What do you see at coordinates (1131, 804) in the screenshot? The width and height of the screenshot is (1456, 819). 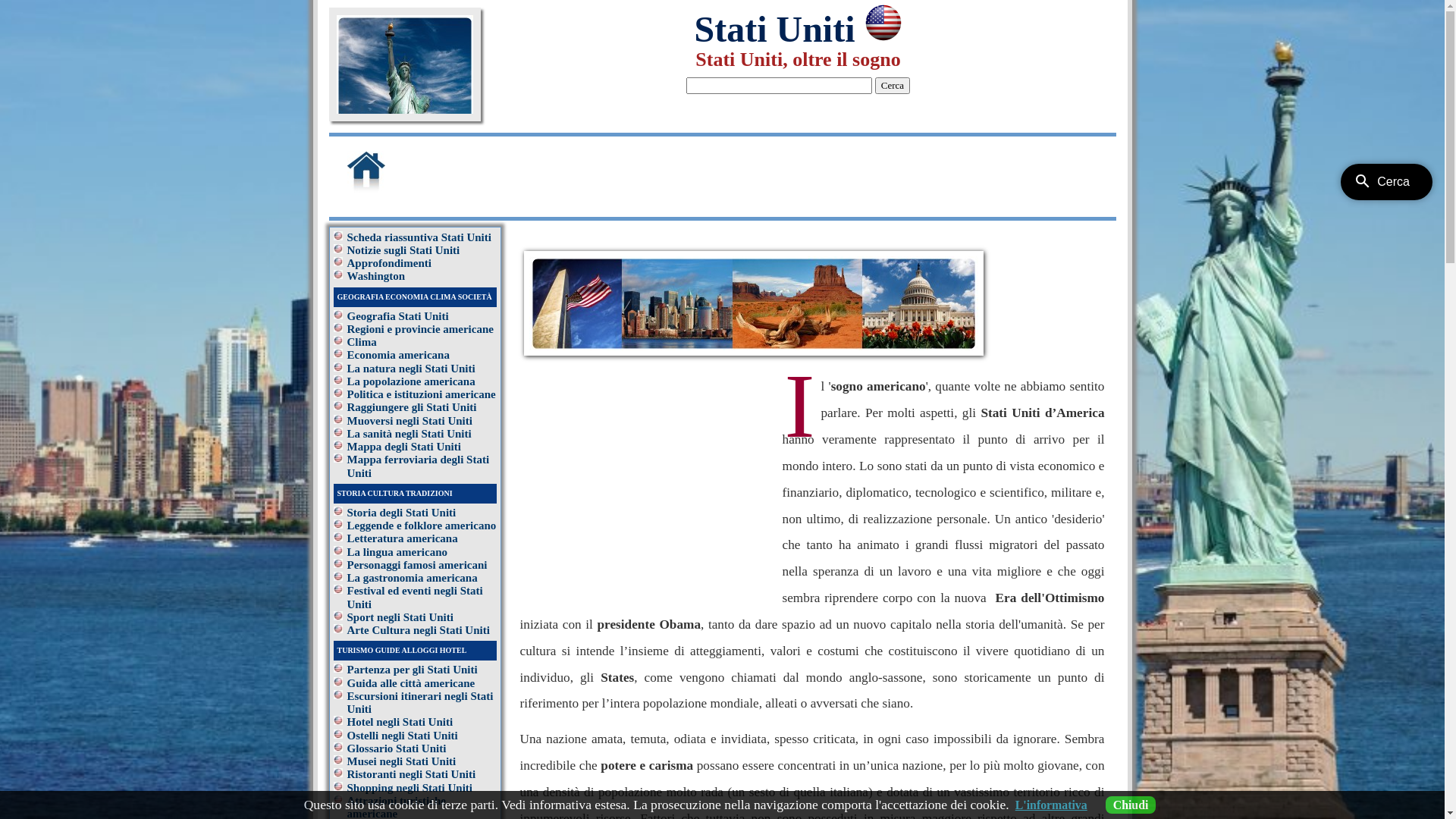 I see `'Chiudi'` at bounding box center [1131, 804].